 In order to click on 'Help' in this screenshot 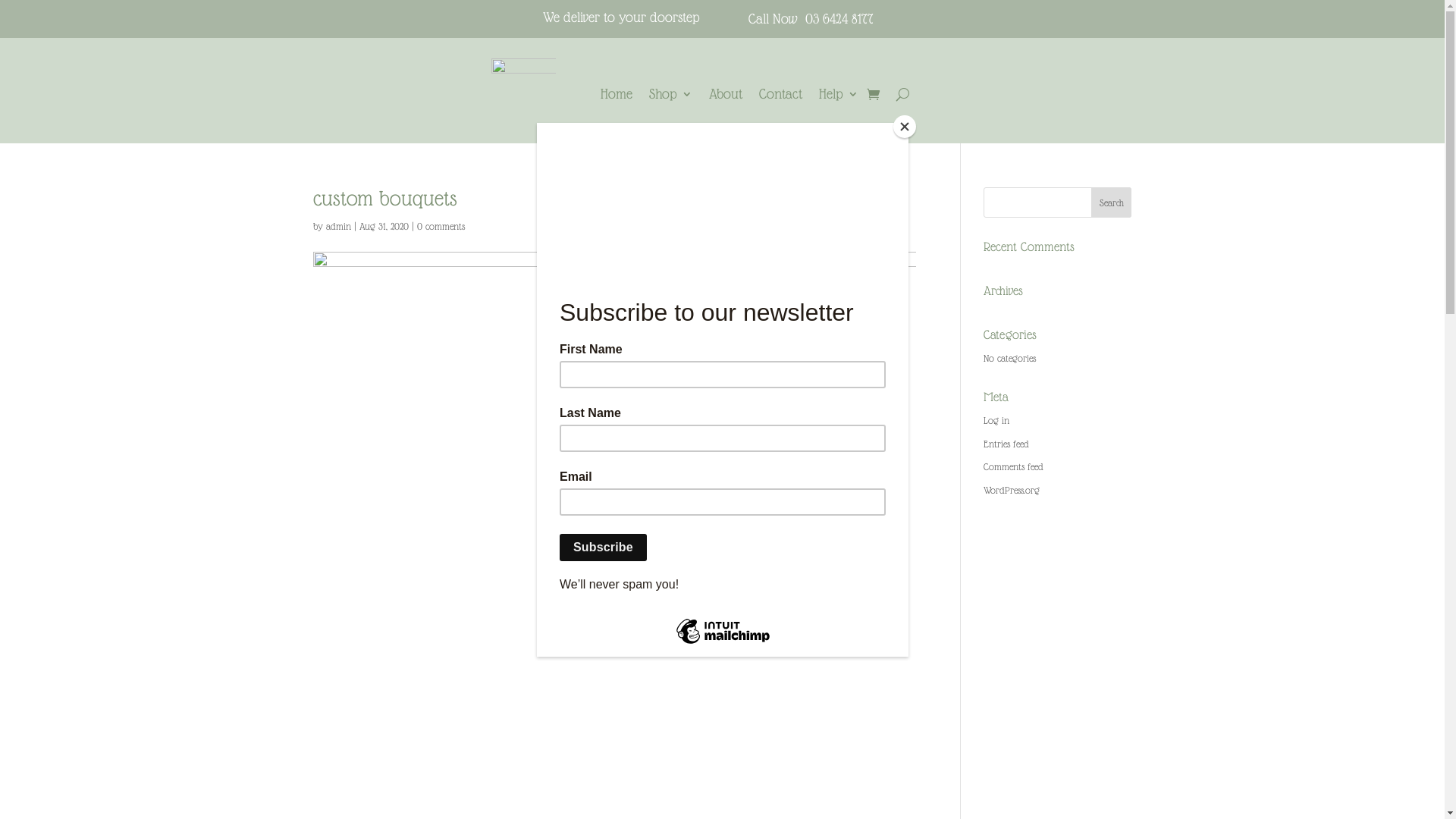, I will do `click(818, 96)`.